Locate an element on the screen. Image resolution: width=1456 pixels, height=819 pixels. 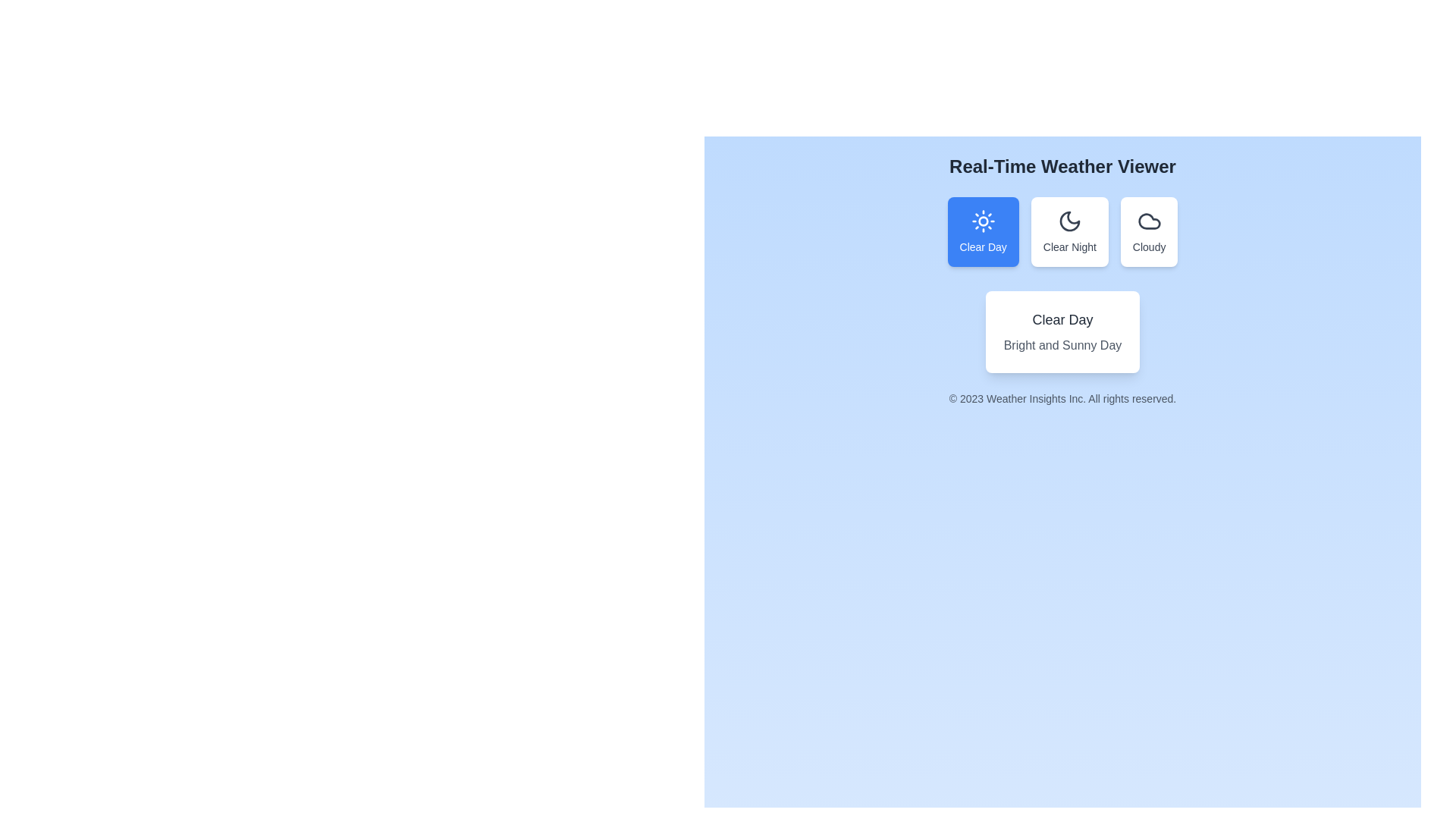
text 'Clear Day' from the label located at the center of the first blue rectangular card in the weather viewer interface is located at coordinates (983, 246).